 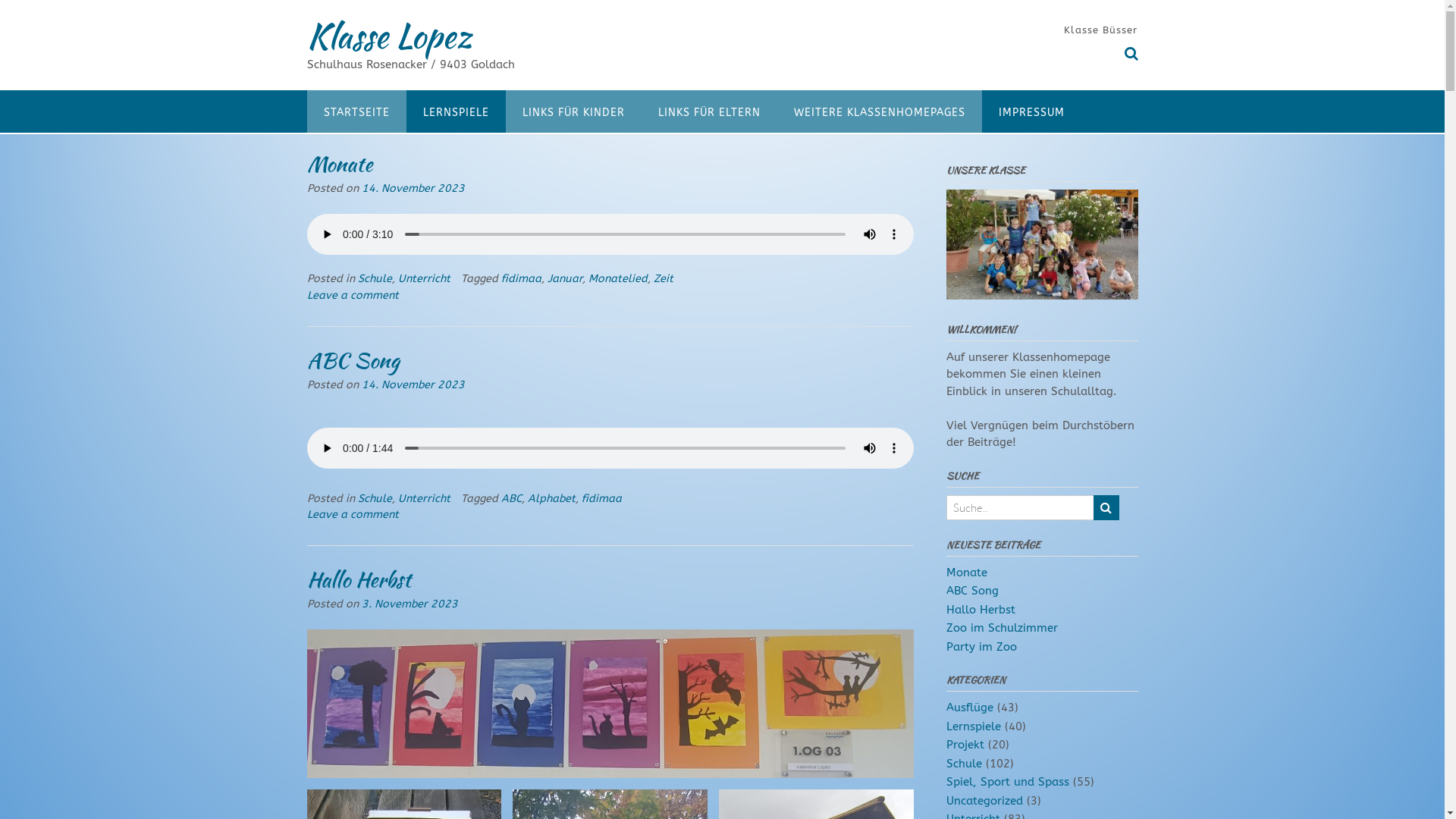 What do you see at coordinates (375, 497) in the screenshot?
I see `'Schule'` at bounding box center [375, 497].